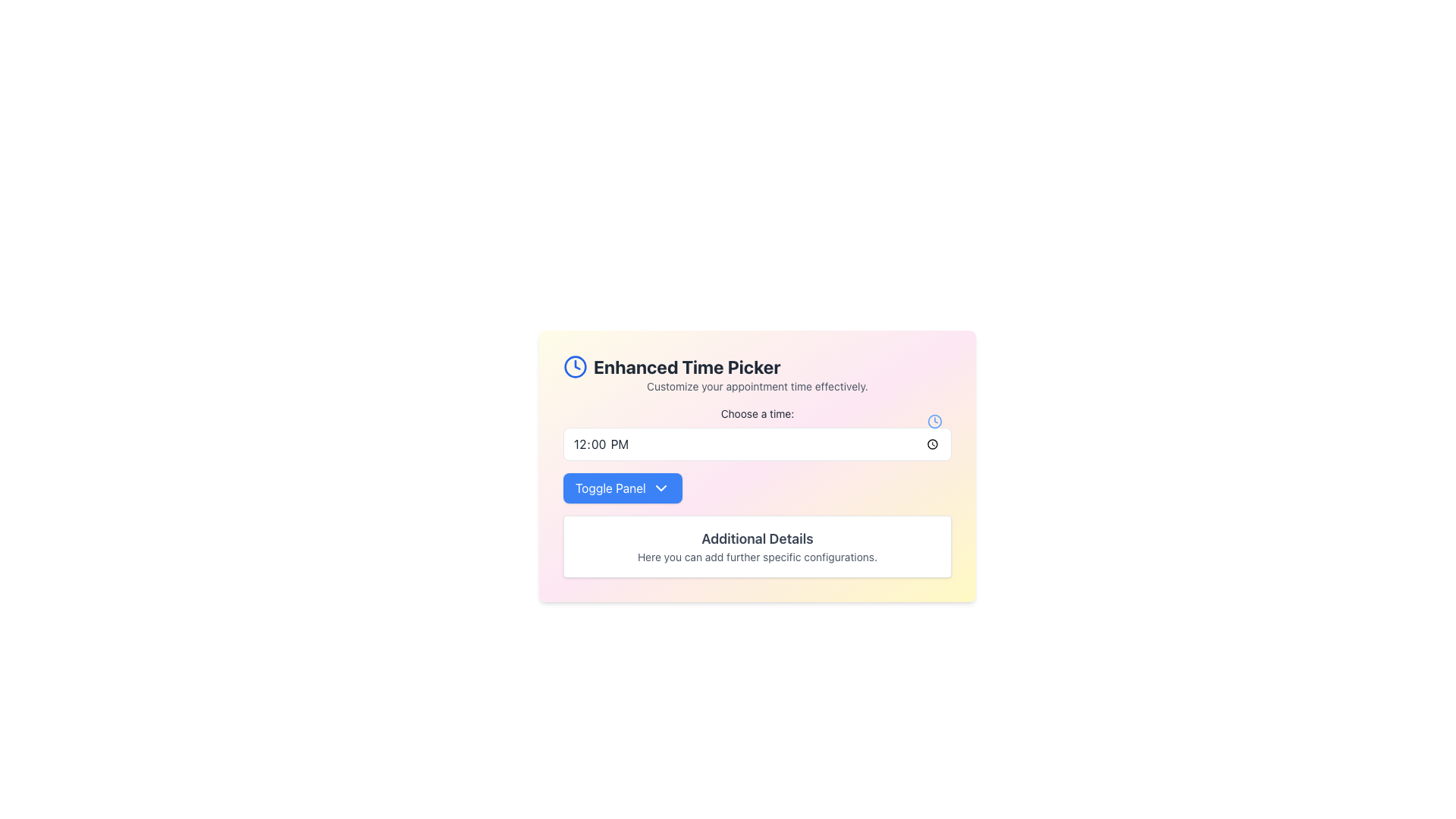 This screenshot has width=1456, height=819. Describe the element at coordinates (757, 366) in the screenshot. I see `the static text element that serves as a descriptive title for the enhanced time selection feature, positioned at the top section of the card-style interface` at that location.